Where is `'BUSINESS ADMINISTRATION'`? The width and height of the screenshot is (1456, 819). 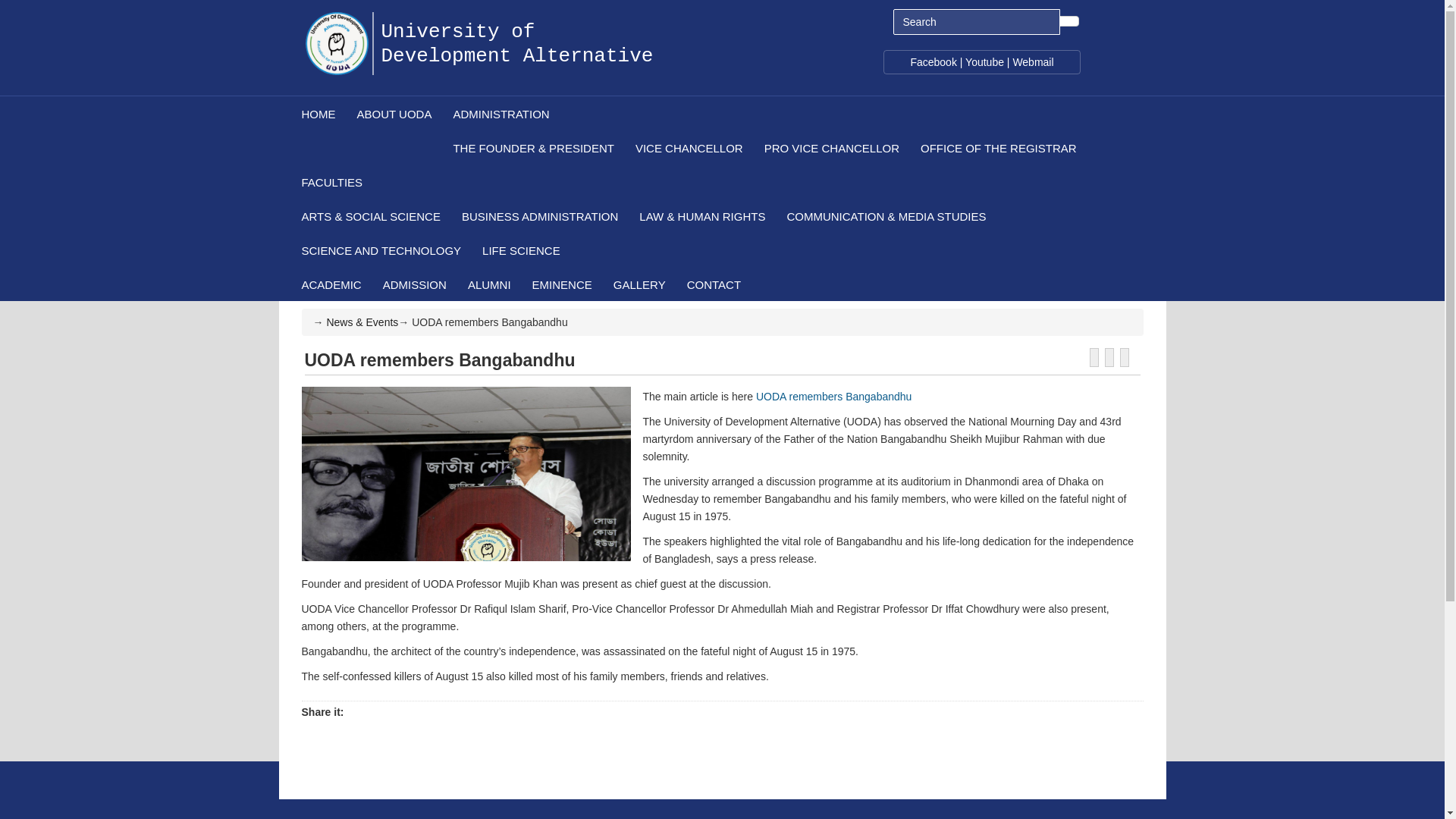
'BUSINESS ADMINISTRATION' is located at coordinates (538, 215).